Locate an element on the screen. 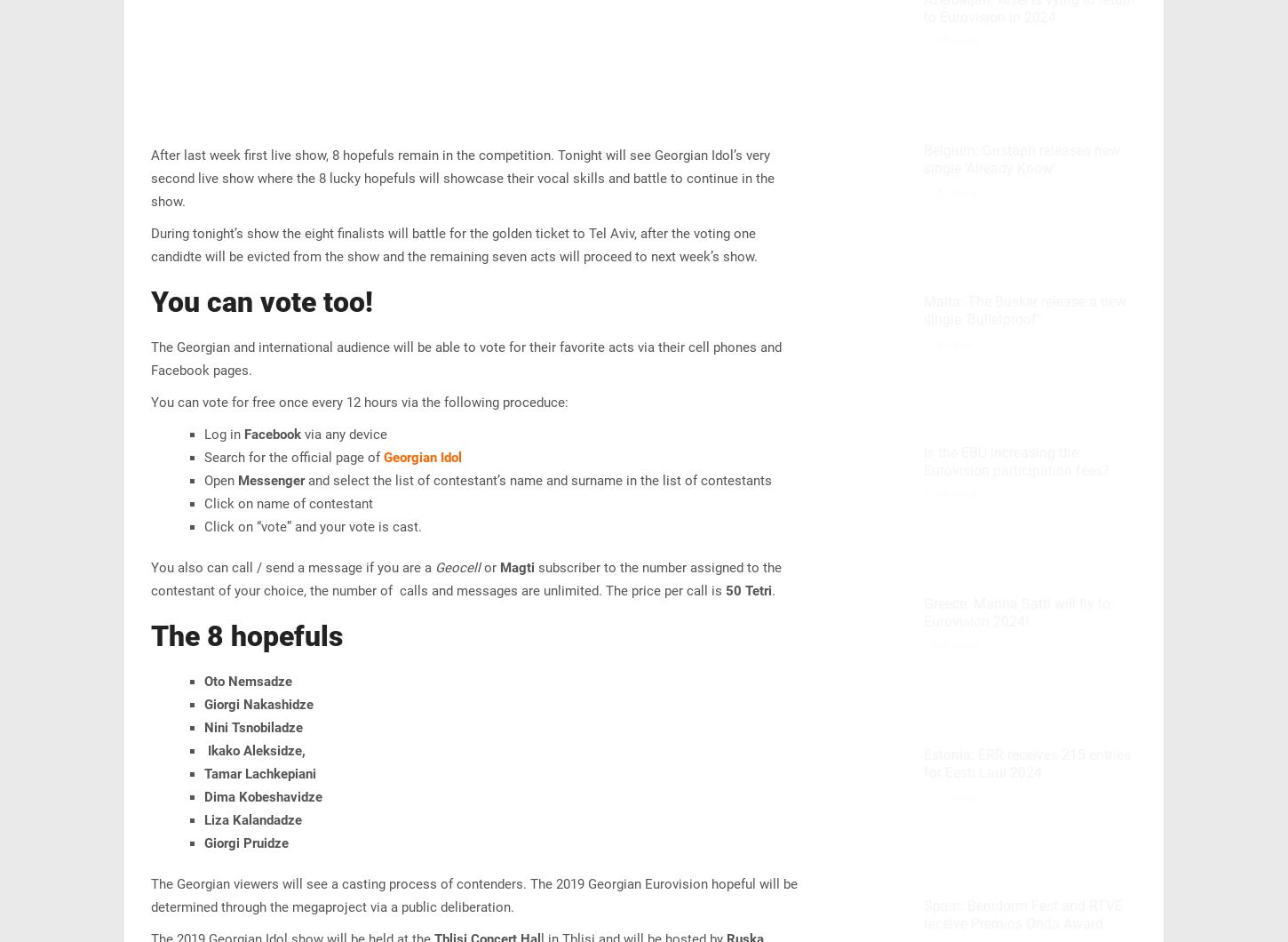 The width and height of the screenshot is (1288, 942). 'Click on “vote” and your vote is cast.' is located at coordinates (313, 526).